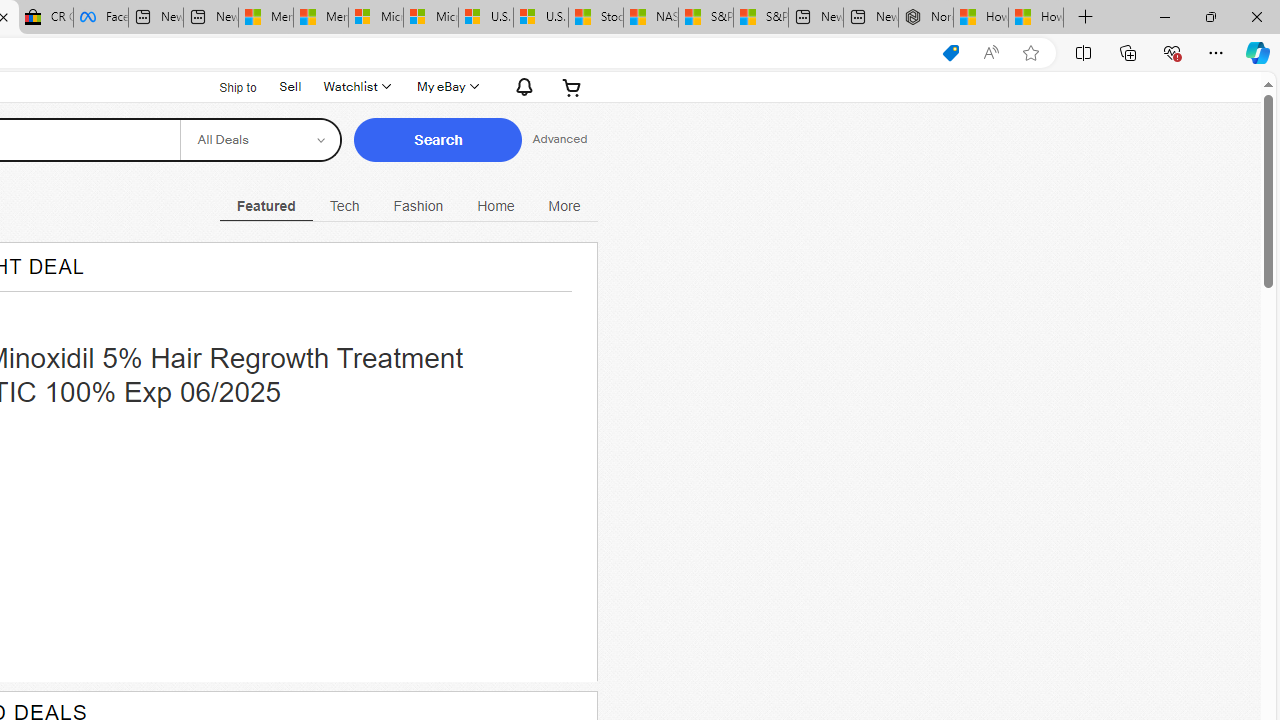  Describe the element at coordinates (1128, 51) in the screenshot. I see `'Collections'` at that location.